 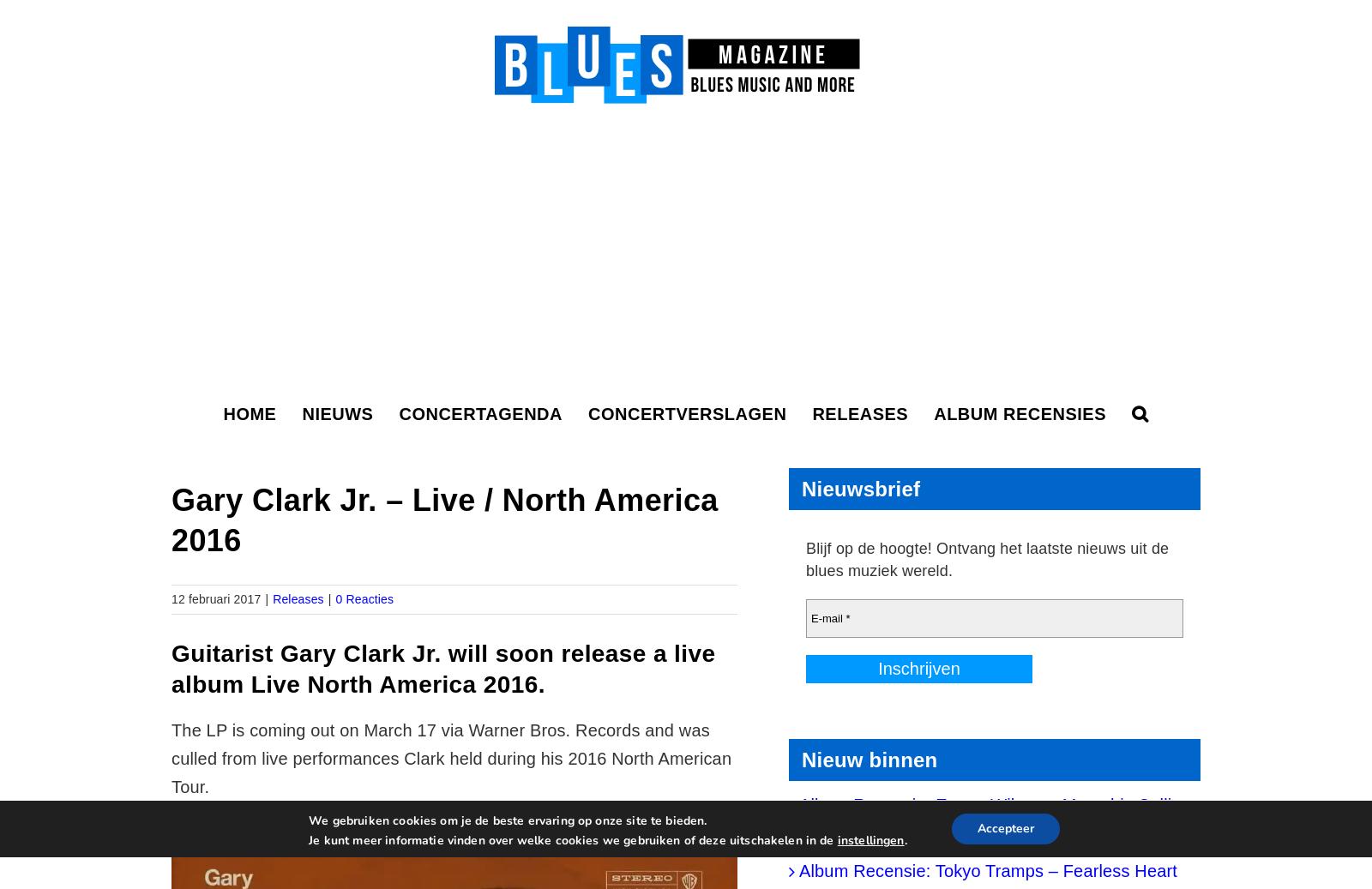 What do you see at coordinates (811, 413) in the screenshot?
I see `'RELEASES'` at bounding box center [811, 413].